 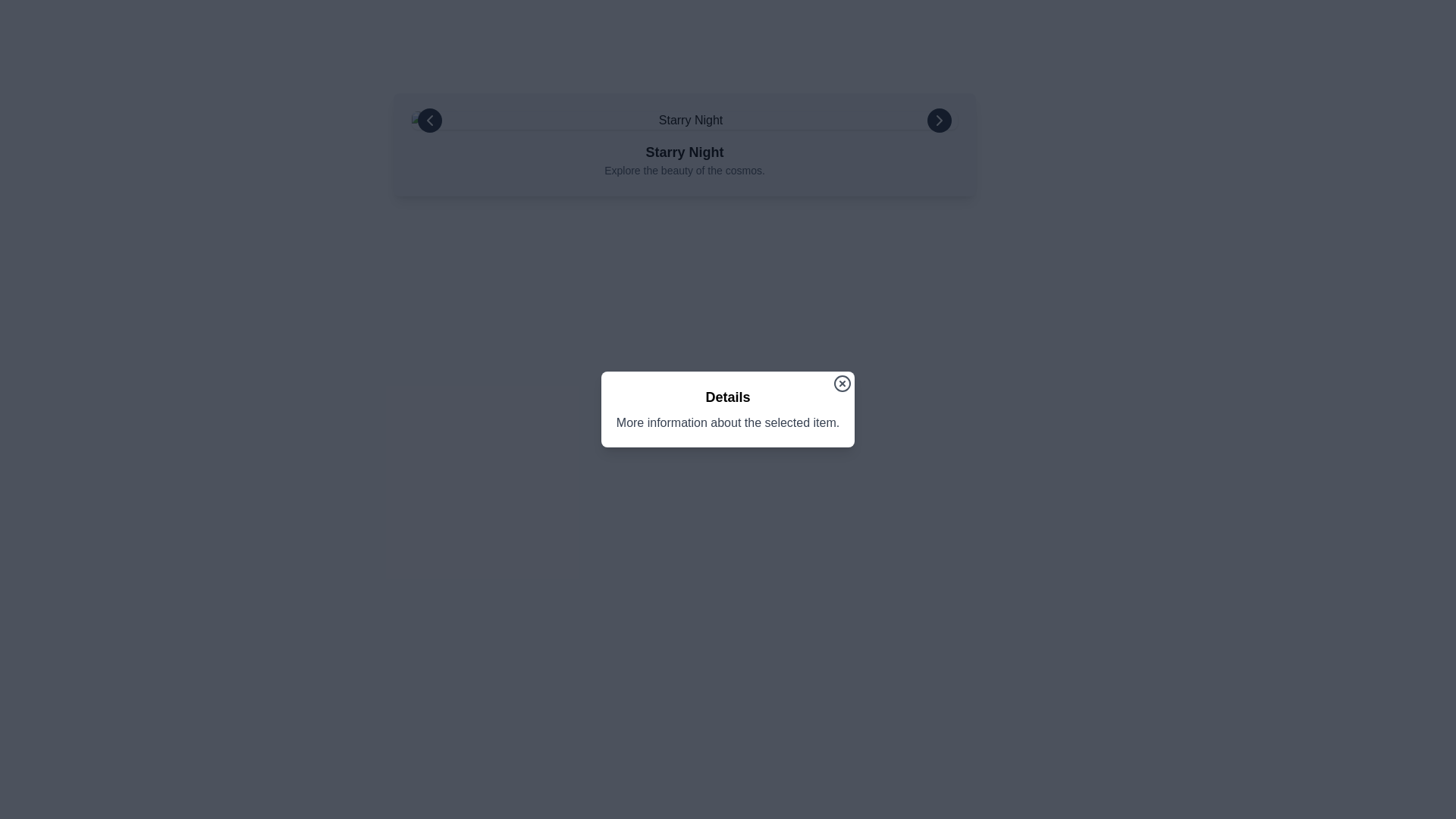 What do you see at coordinates (683, 160) in the screenshot?
I see `the Text Block displaying 'Starry Night' with the subtitle 'Explore the beauty of the cosmos.'` at bounding box center [683, 160].